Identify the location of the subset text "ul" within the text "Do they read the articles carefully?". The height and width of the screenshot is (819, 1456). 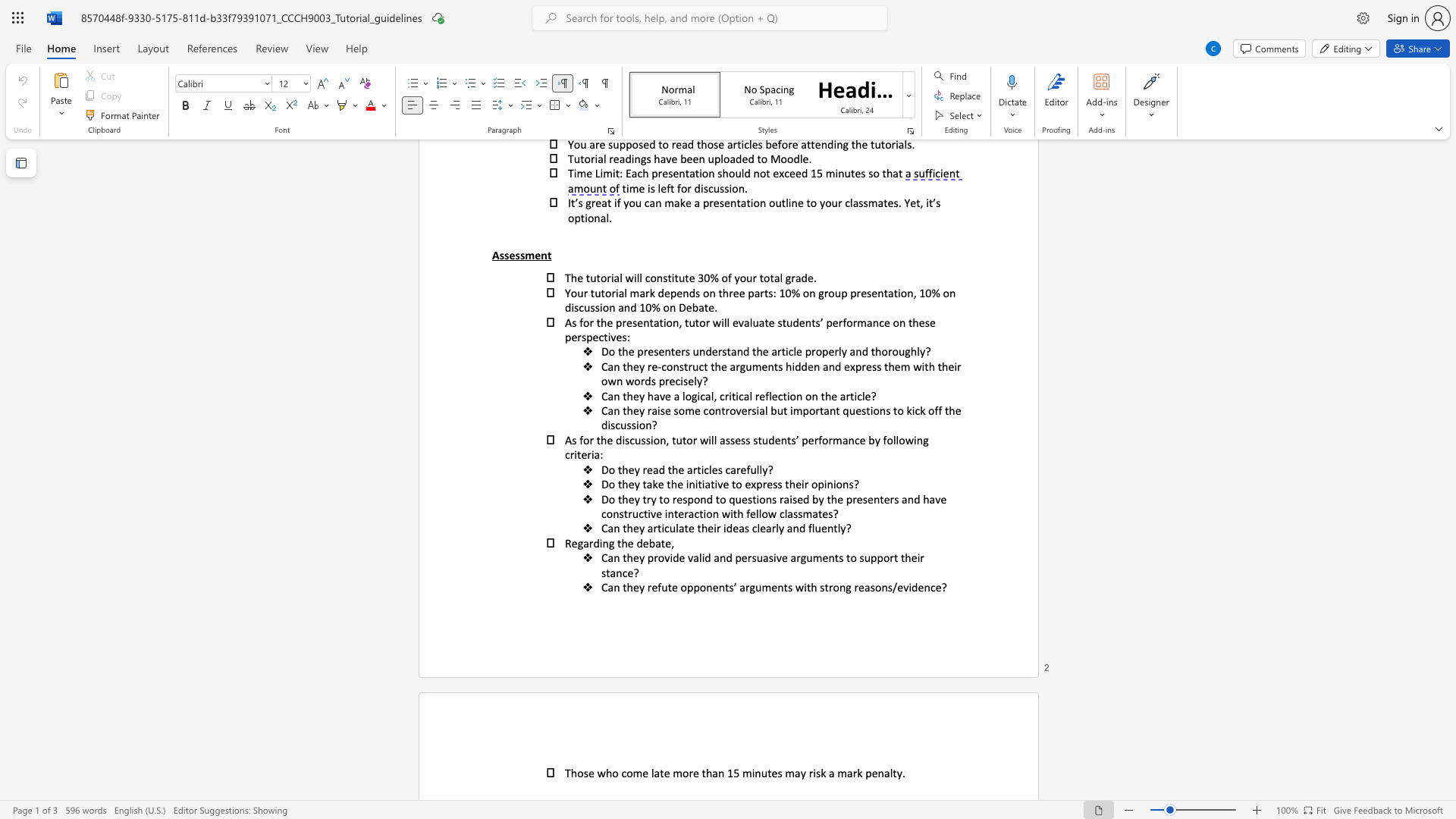
(750, 469).